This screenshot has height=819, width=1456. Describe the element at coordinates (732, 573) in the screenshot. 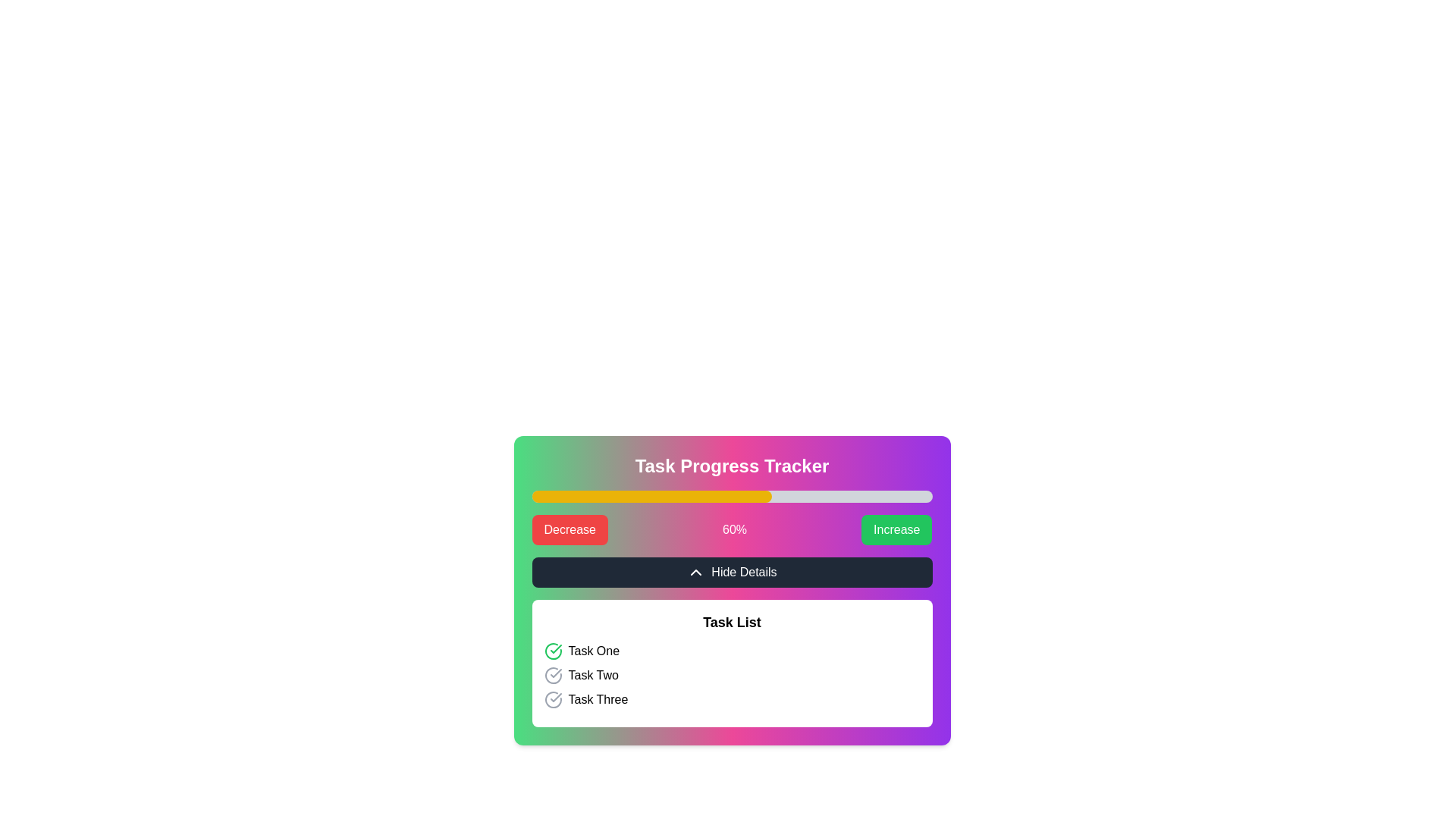

I see `the toggle button in the 'Task Progress Tracker' panel` at that location.